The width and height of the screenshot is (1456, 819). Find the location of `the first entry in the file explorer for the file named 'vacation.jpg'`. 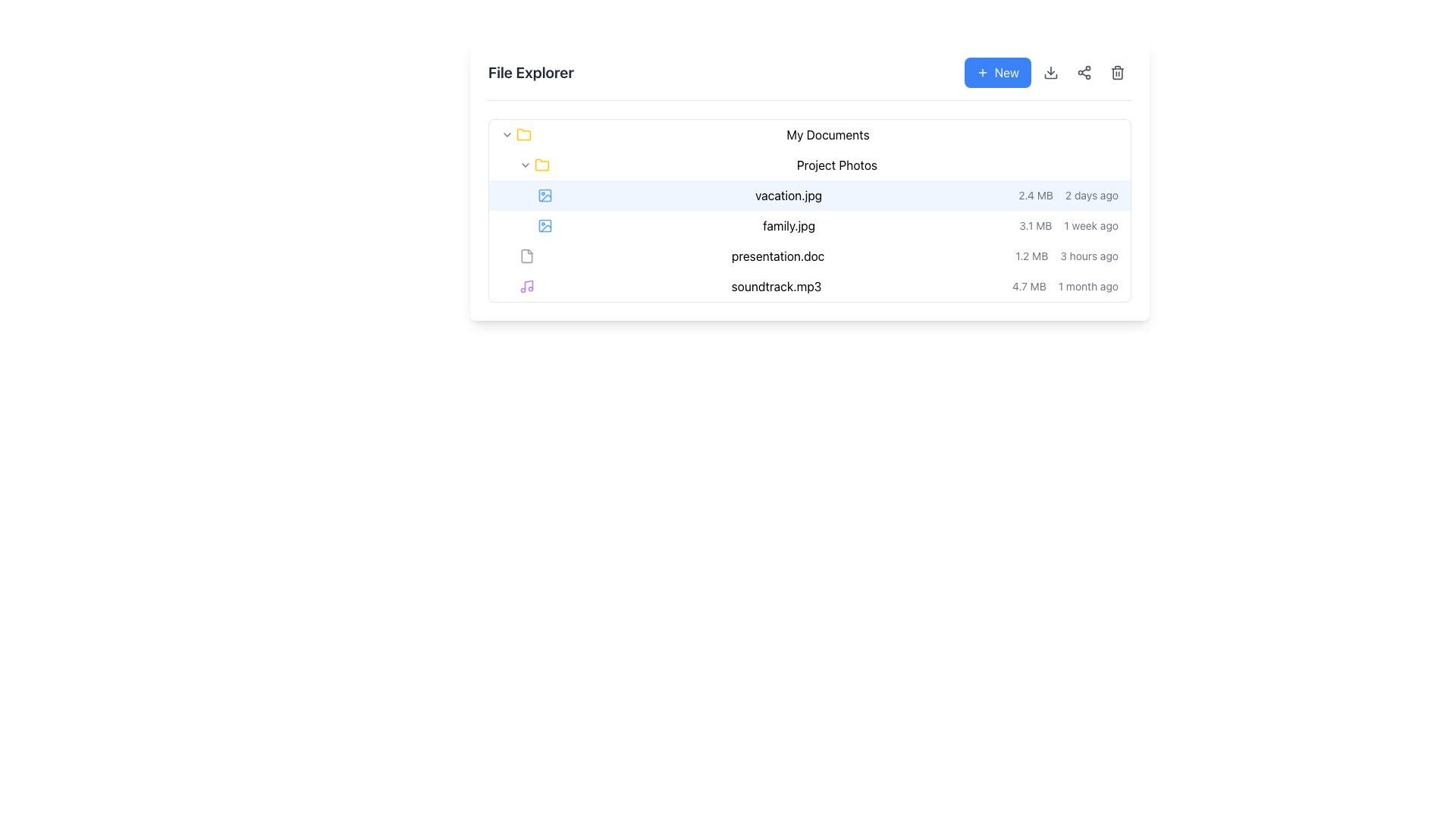

the first entry in the file explorer for the file named 'vacation.jpg' is located at coordinates (809, 179).